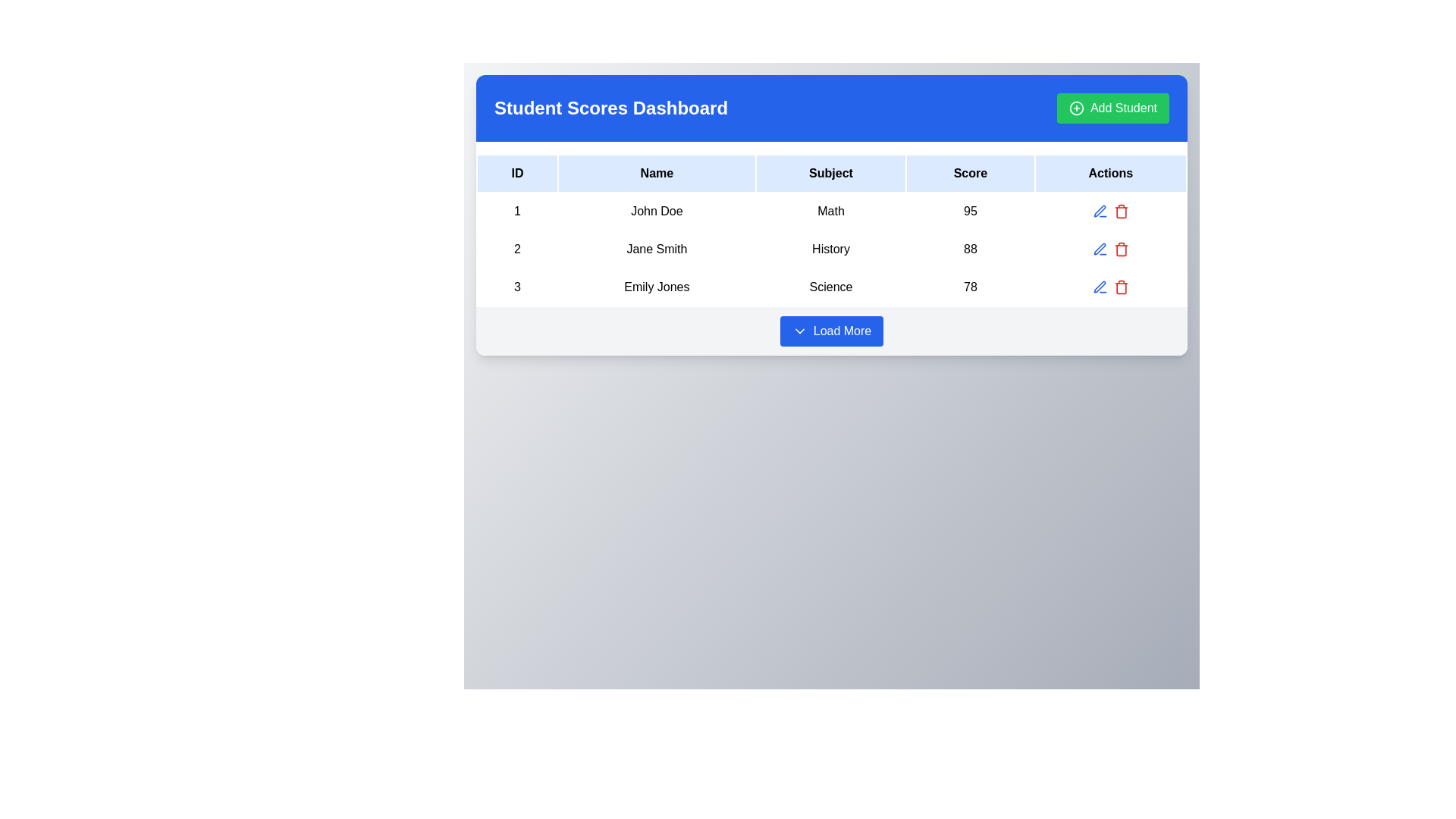 This screenshot has width=1456, height=819. I want to click on the heading text element located in the blue header bar at the top of the dashboard card, which indicates the purpose and scope of the presented information, so click(611, 107).